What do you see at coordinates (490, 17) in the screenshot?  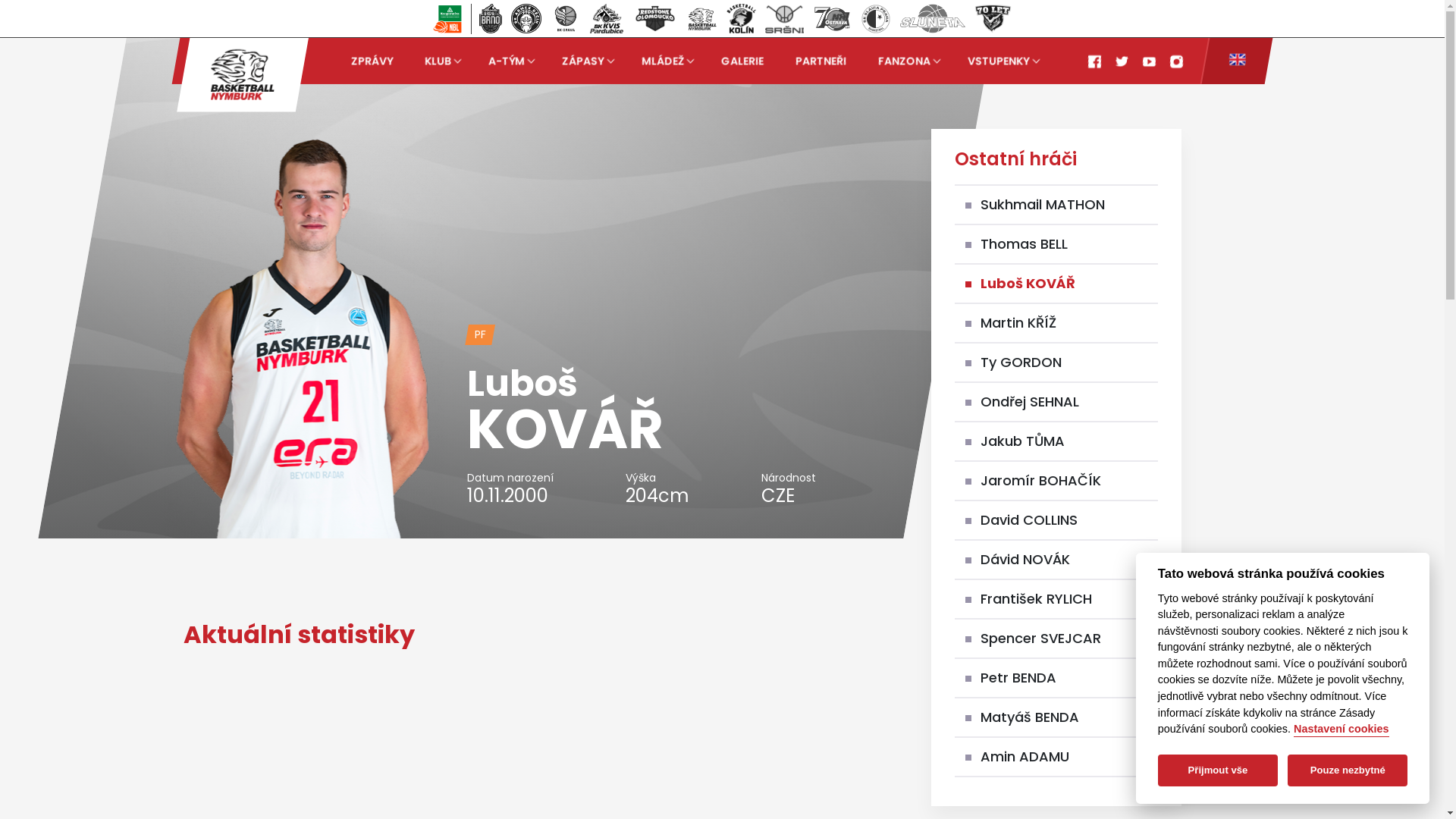 I see `'Basket Brno (1.)'` at bounding box center [490, 17].